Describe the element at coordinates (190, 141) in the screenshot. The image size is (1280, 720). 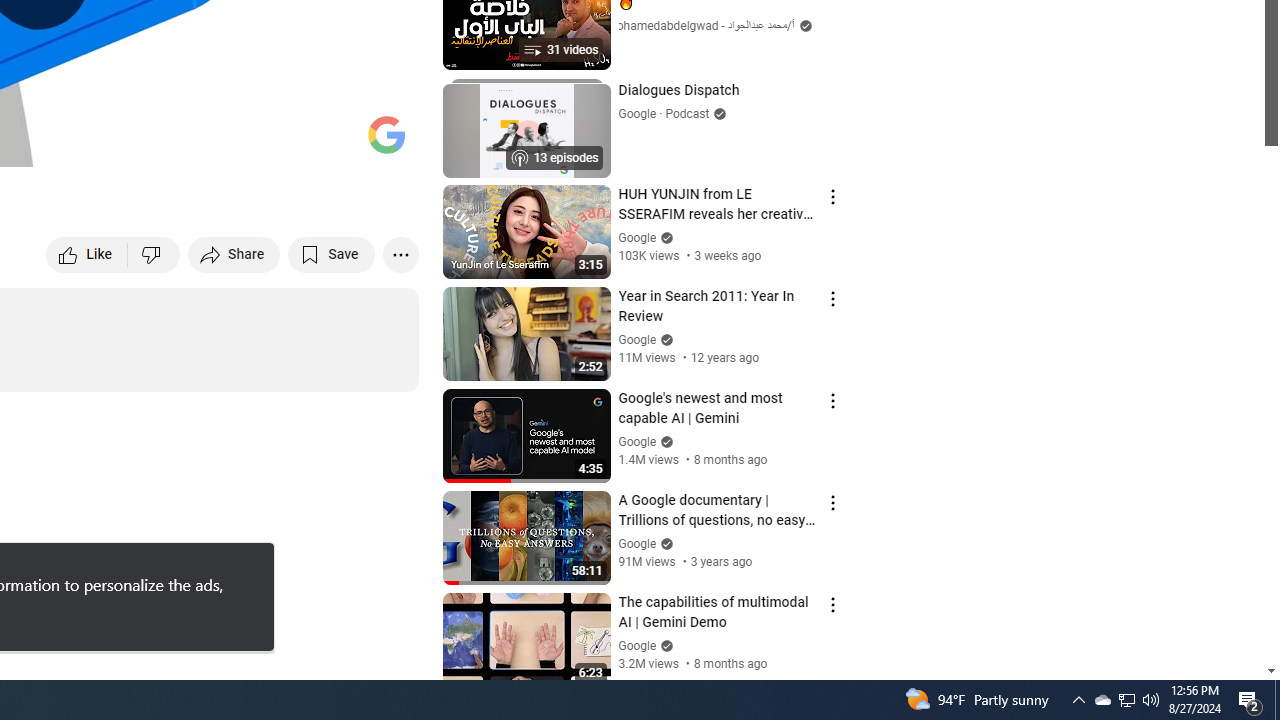
I see `'Subtitles/closed captions unavailable'` at that location.